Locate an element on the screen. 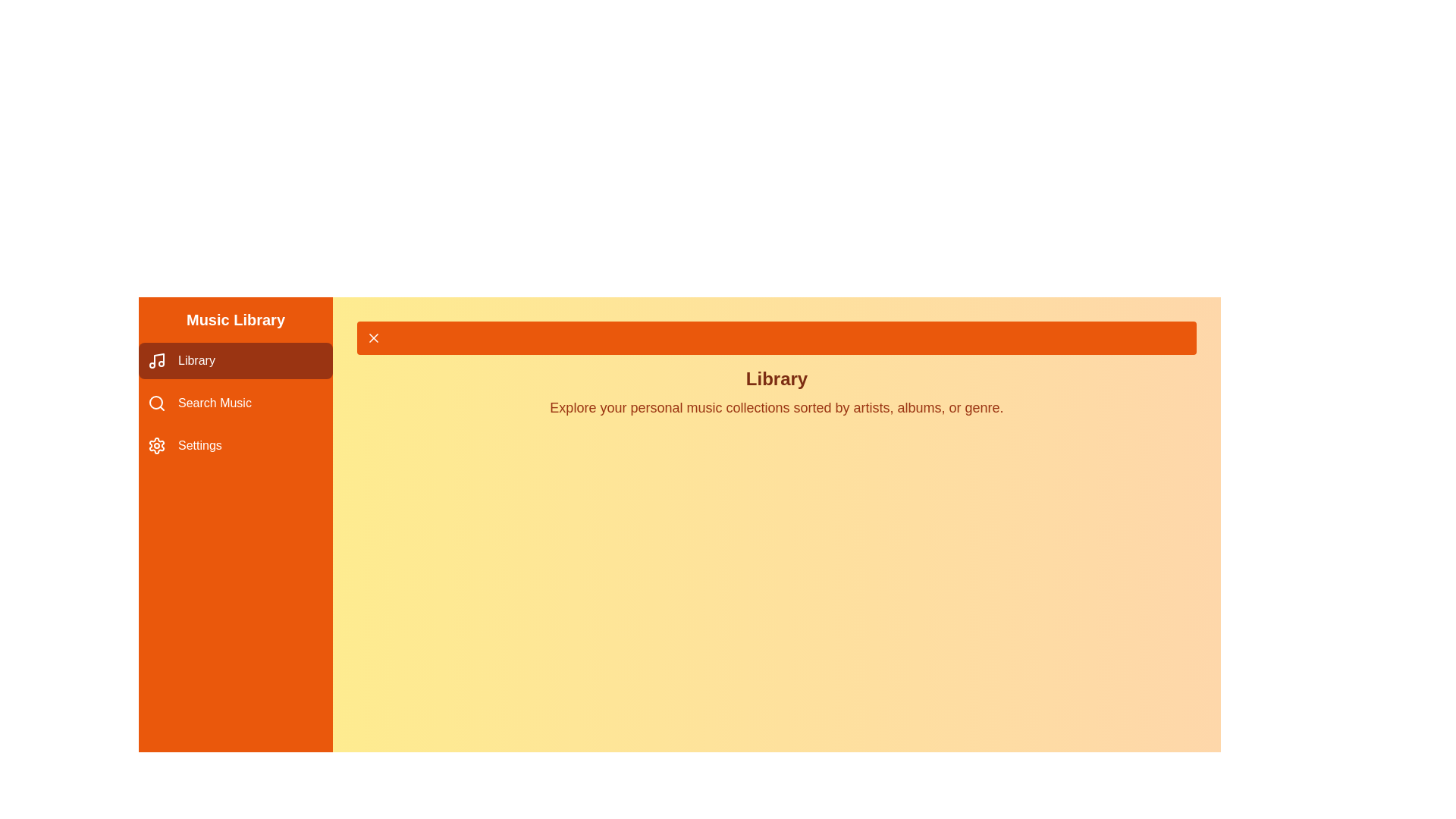 This screenshot has height=819, width=1456. the toggle button to open or close the drawer is located at coordinates (777, 337).